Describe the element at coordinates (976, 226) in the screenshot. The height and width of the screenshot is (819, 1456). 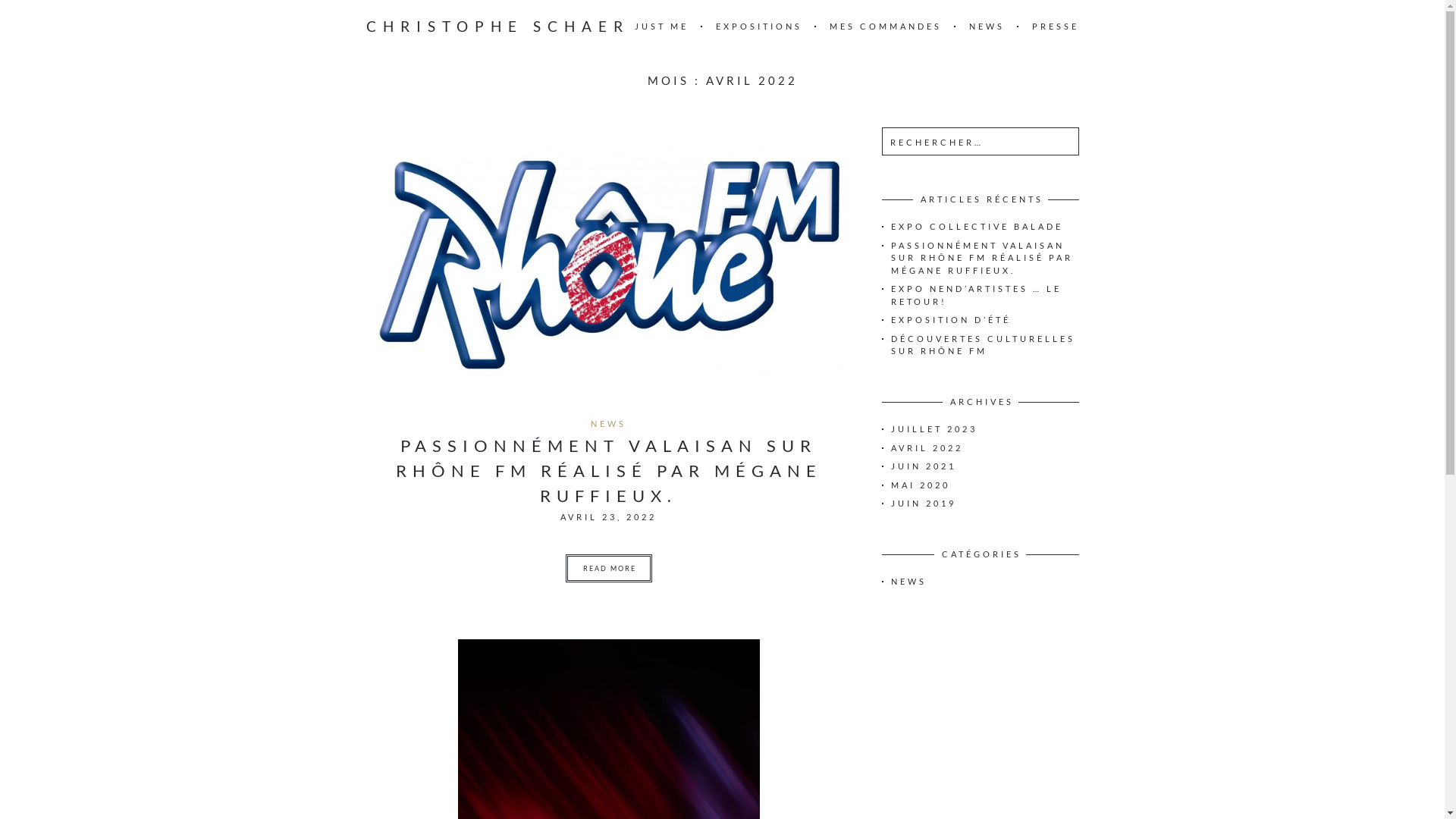
I see `'EXPO COLLECTIVE BALADE'` at that location.